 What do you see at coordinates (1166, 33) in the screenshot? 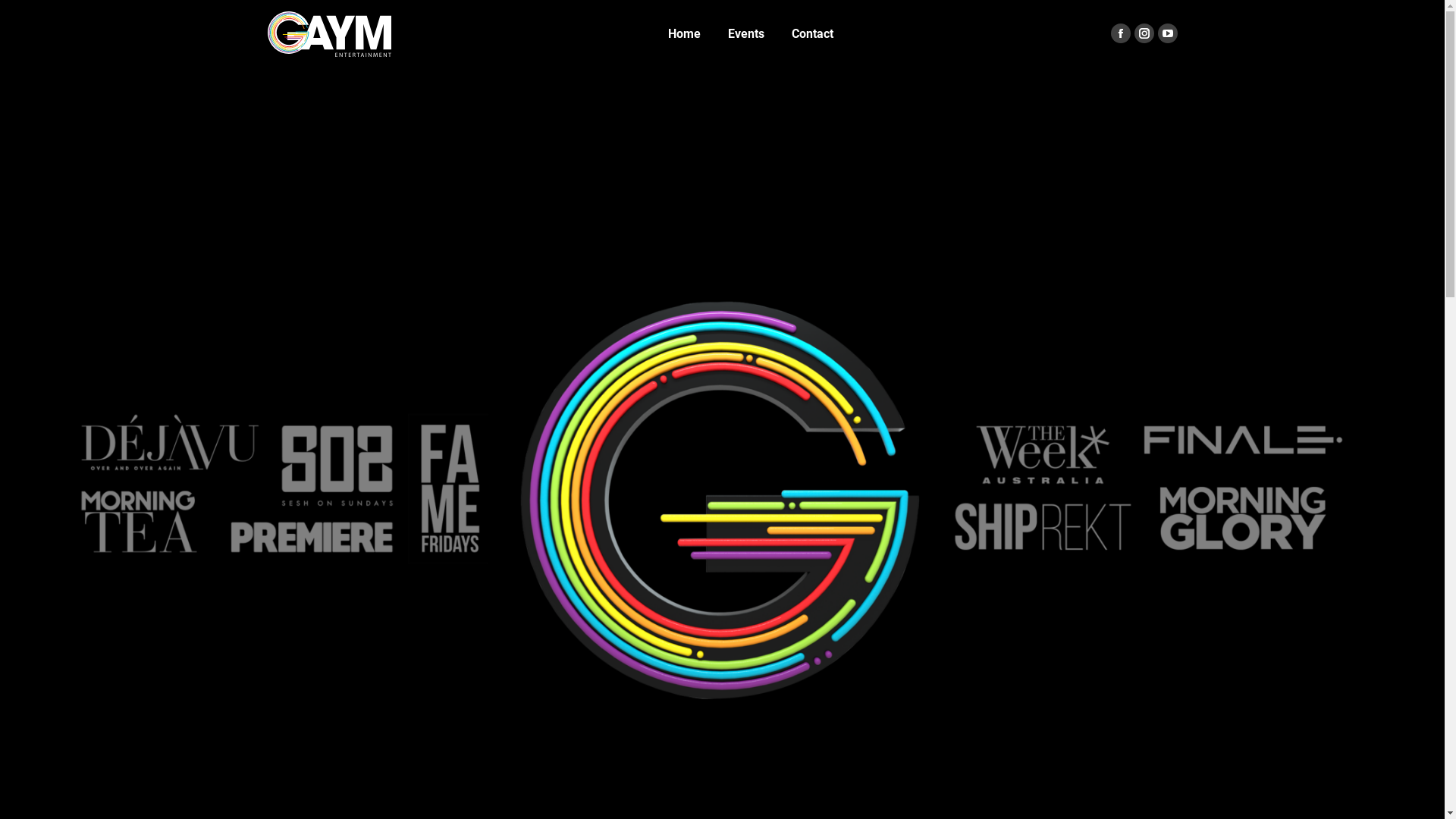
I see `'YouTube page opens in new window'` at bounding box center [1166, 33].